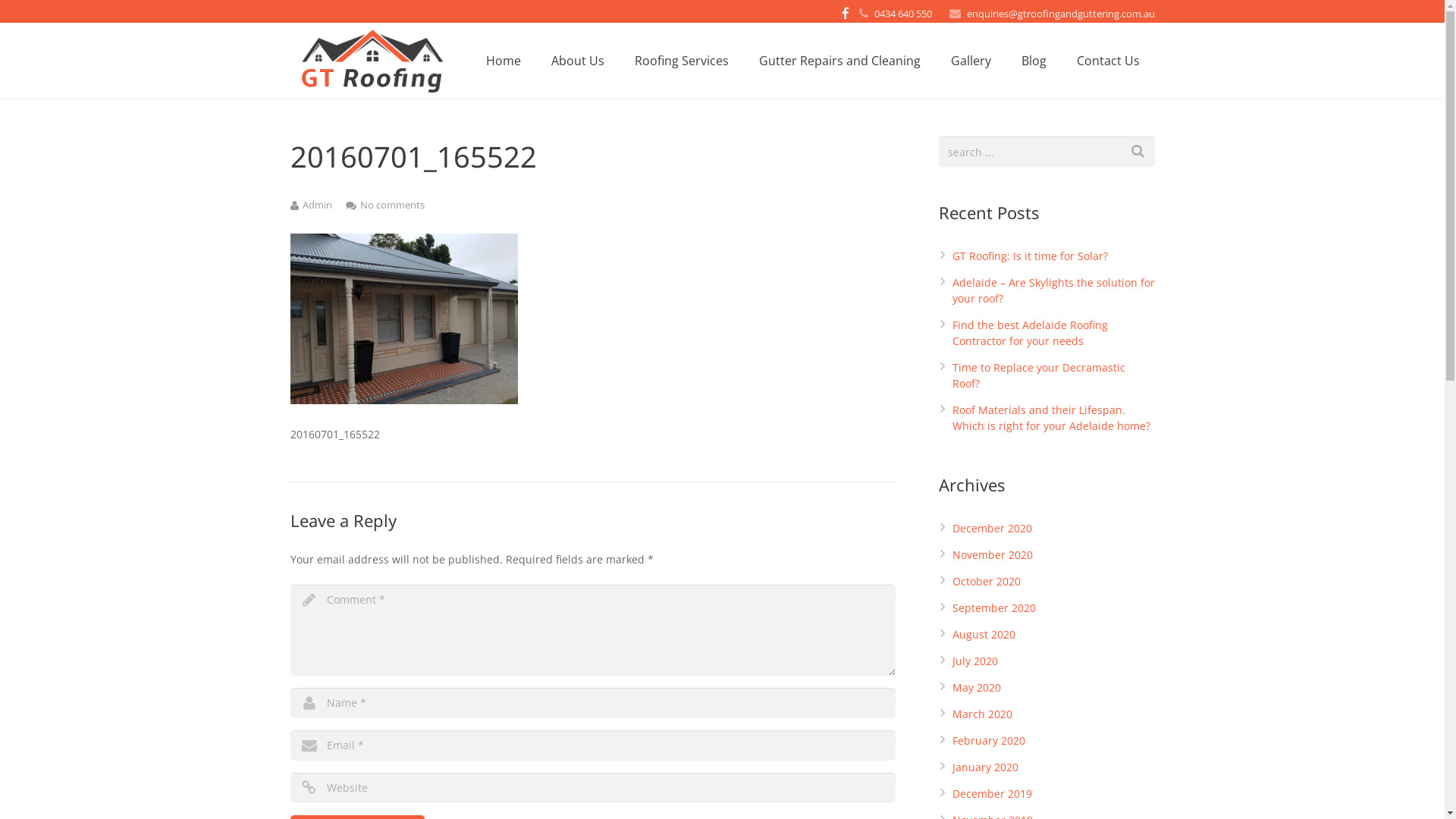 Image resolution: width=1456 pixels, height=819 pixels. I want to click on 'GT Roofing: Is it time for Solar?', so click(952, 255).